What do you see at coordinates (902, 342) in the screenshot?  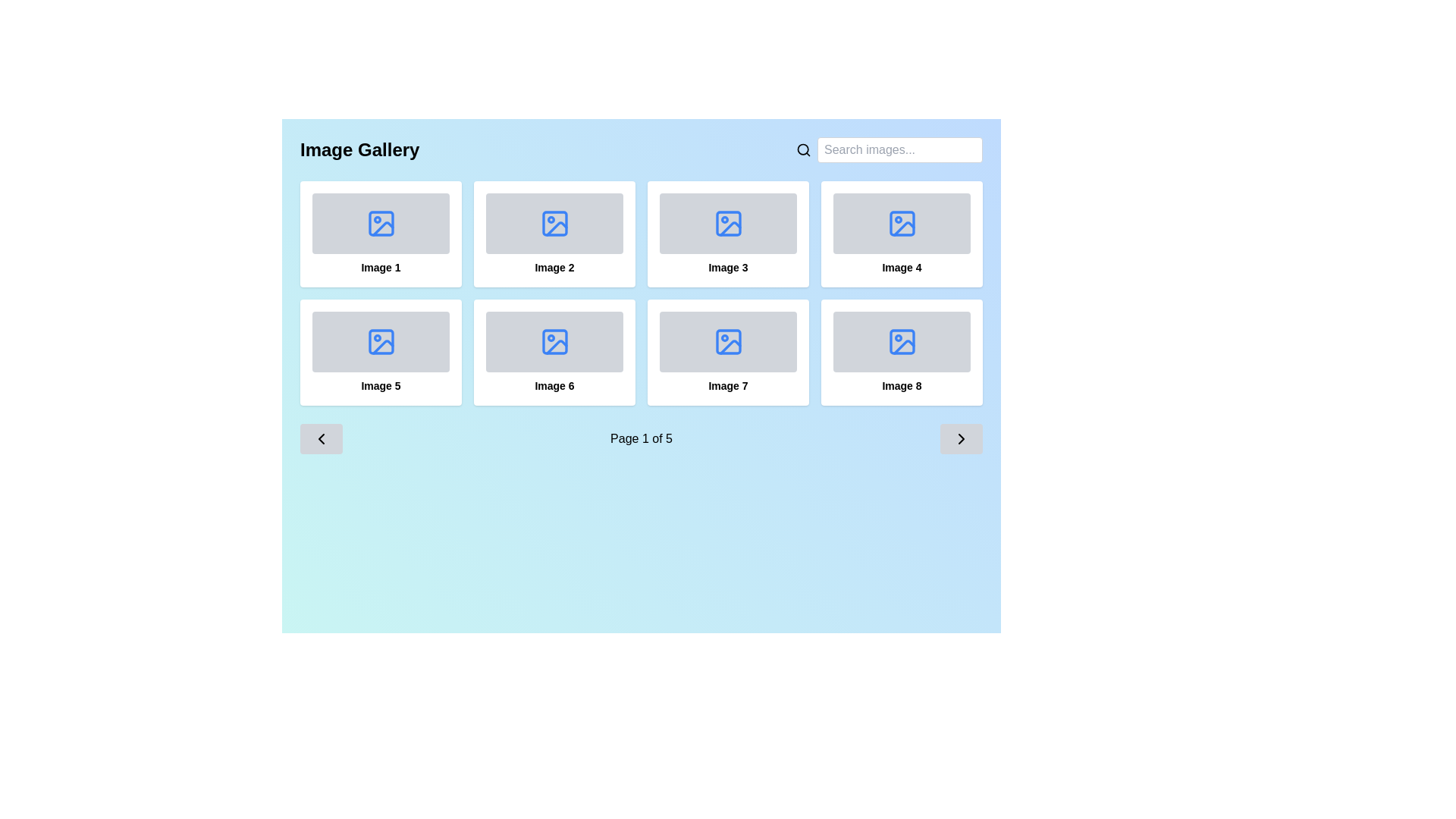 I see `the top-left rectangle with rounded corners that represents an image icon within the 'Image 8' tile in the image gallery grid` at bounding box center [902, 342].